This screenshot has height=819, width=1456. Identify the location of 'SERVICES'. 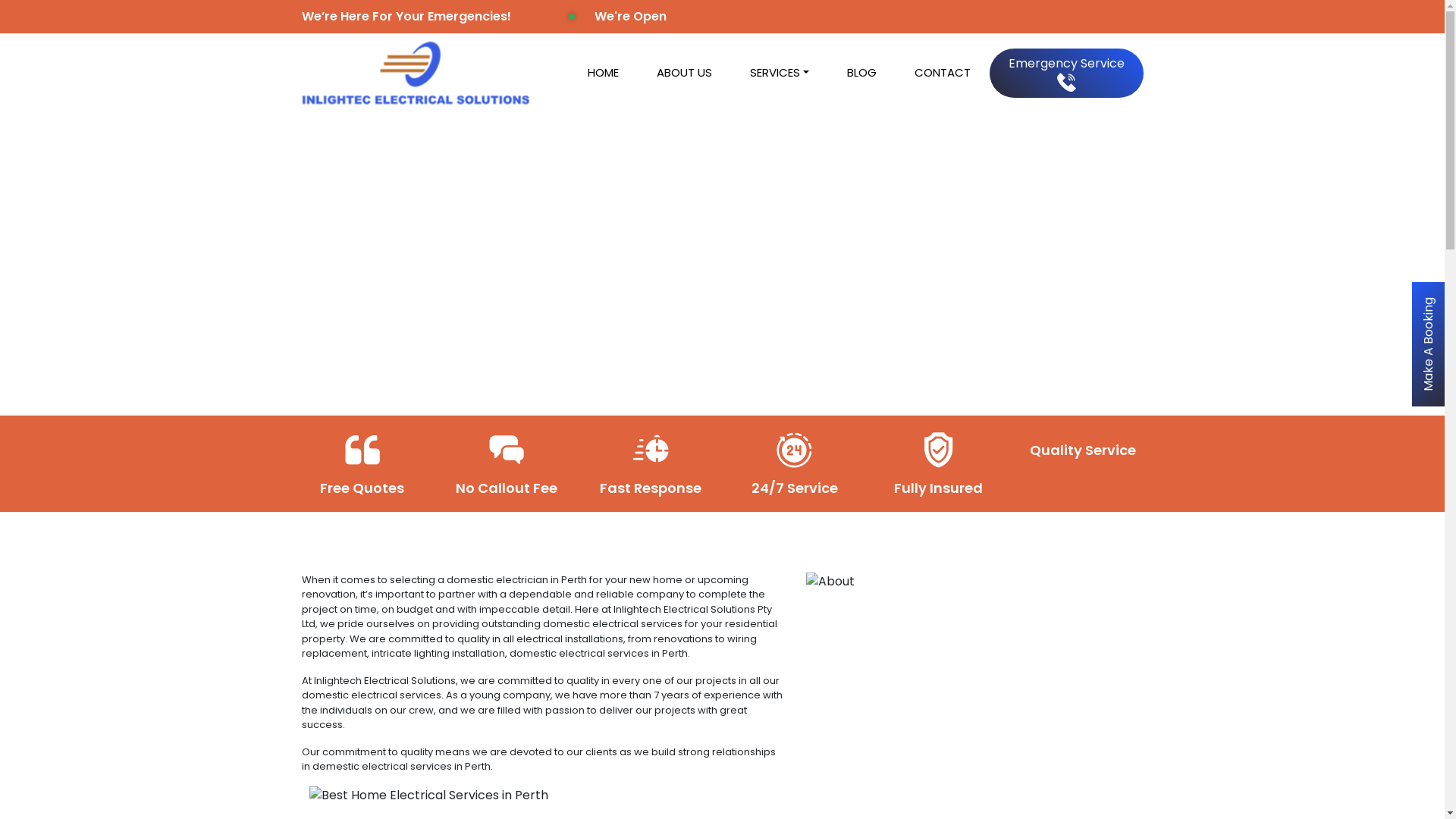
(779, 73).